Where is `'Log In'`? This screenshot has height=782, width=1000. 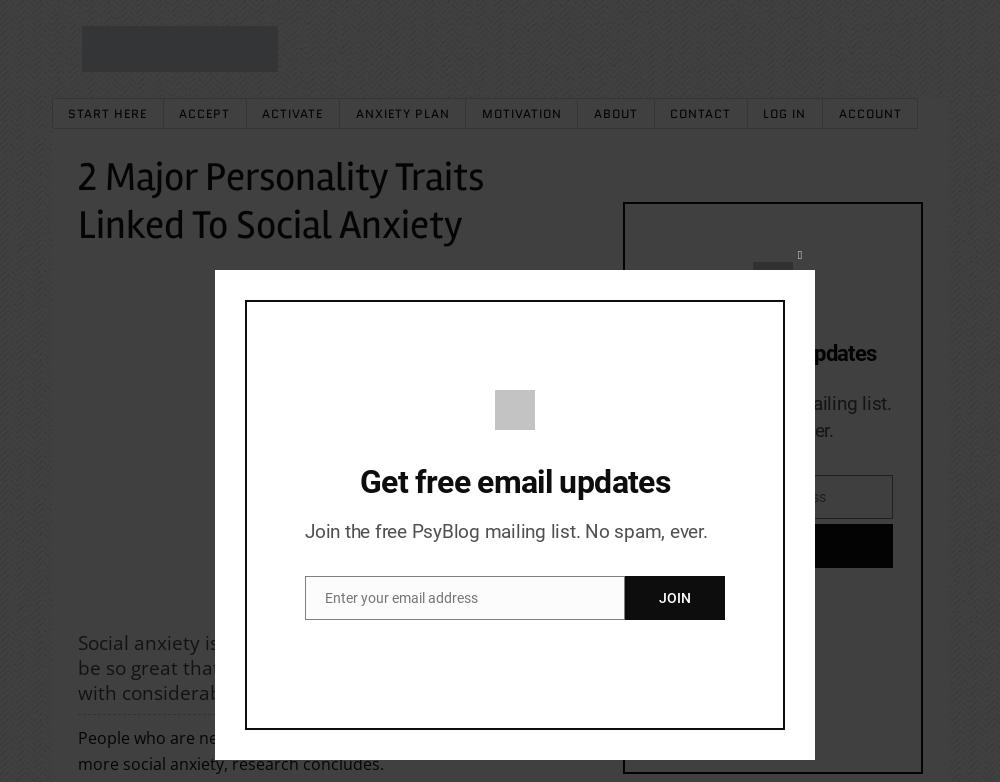
'Log In' is located at coordinates (784, 113).